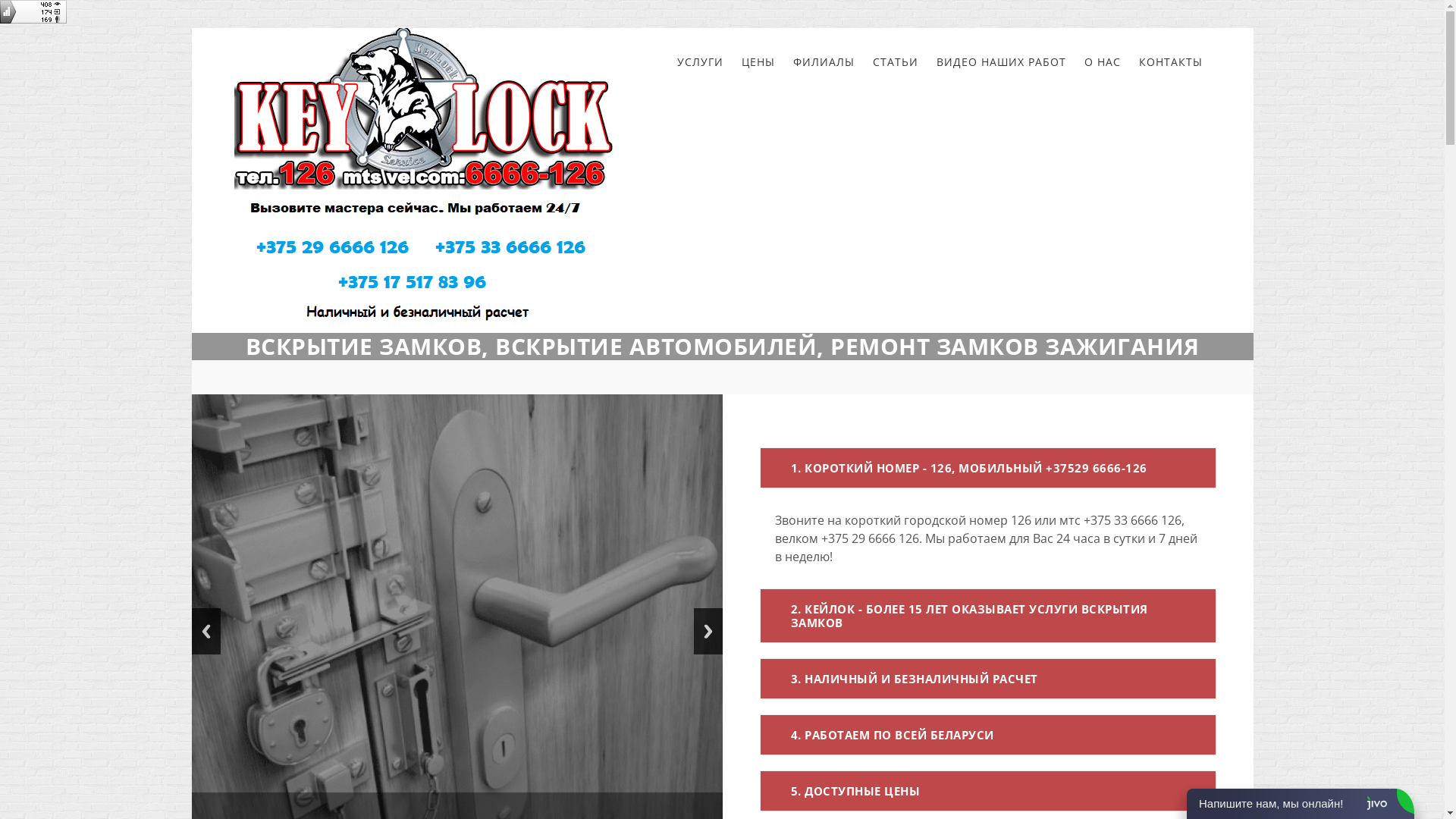 Image resolution: width=1456 pixels, height=819 pixels. I want to click on 'Previous', so click(190, 631).